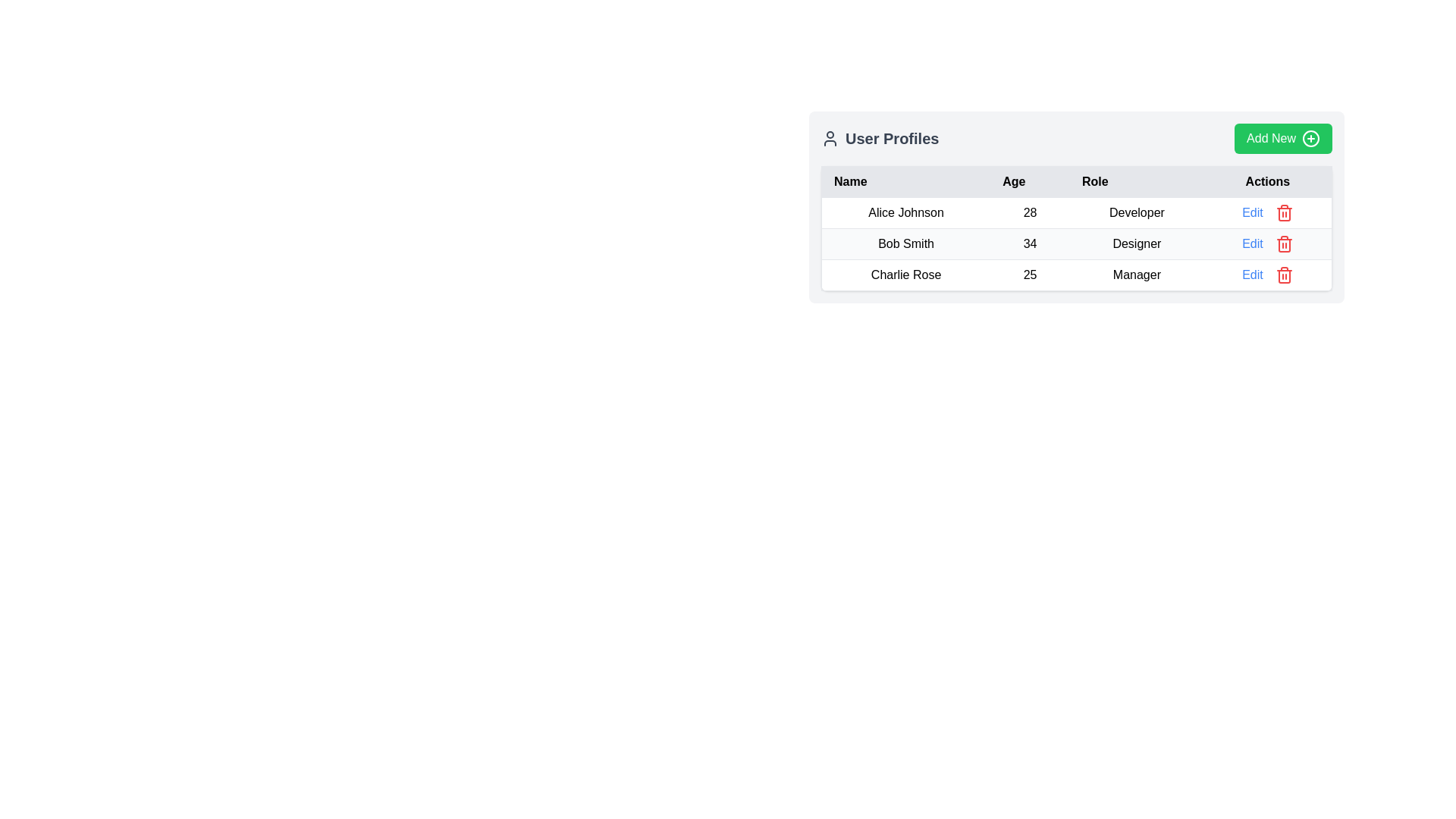  I want to click on the static text label containing the word 'Manager' in the 'Role' column of the 'User Profiles' user interface, which is adjacent to 'Charlie Rose' in the 'Name' column, so click(1137, 275).